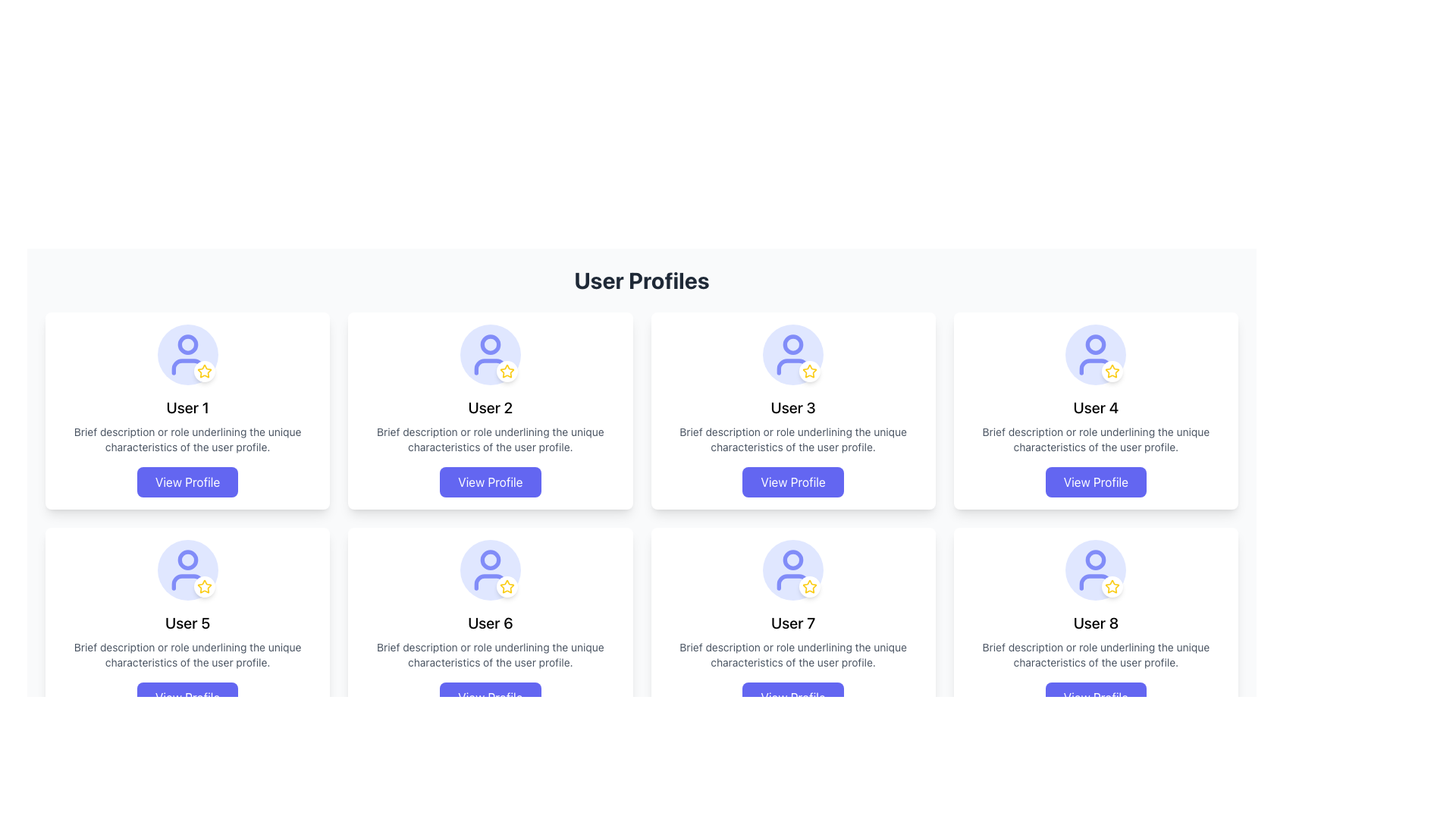 This screenshot has height=819, width=1456. Describe the element at coordinates (187, 698) in the screenshot. I see `the interactive button located at the bottom-center of the card labeled 'User 5'` at that location.